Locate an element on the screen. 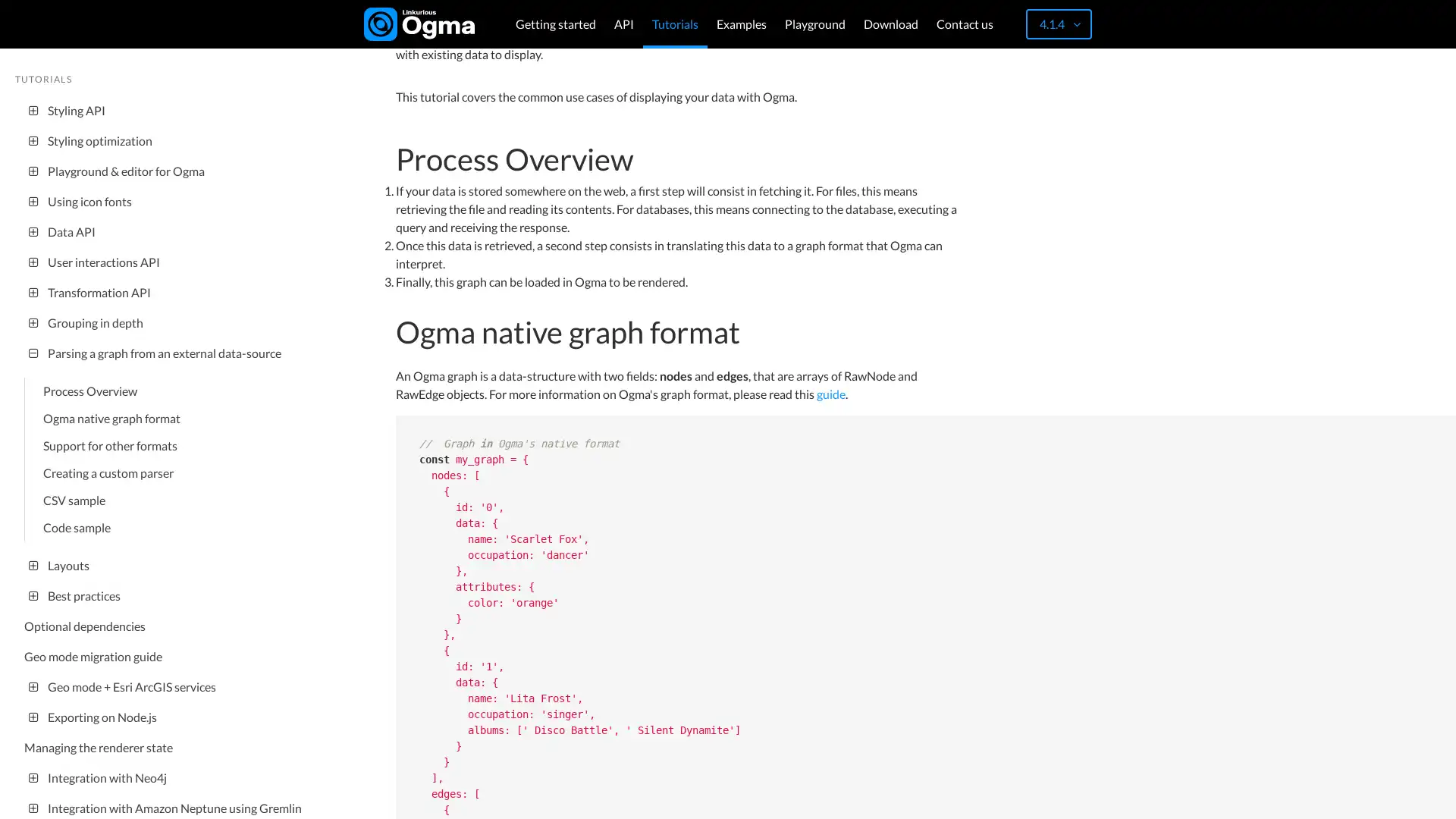 This screenshot has width=1456, height=819. 4.1.4 is located at coordinates (1058, 24).